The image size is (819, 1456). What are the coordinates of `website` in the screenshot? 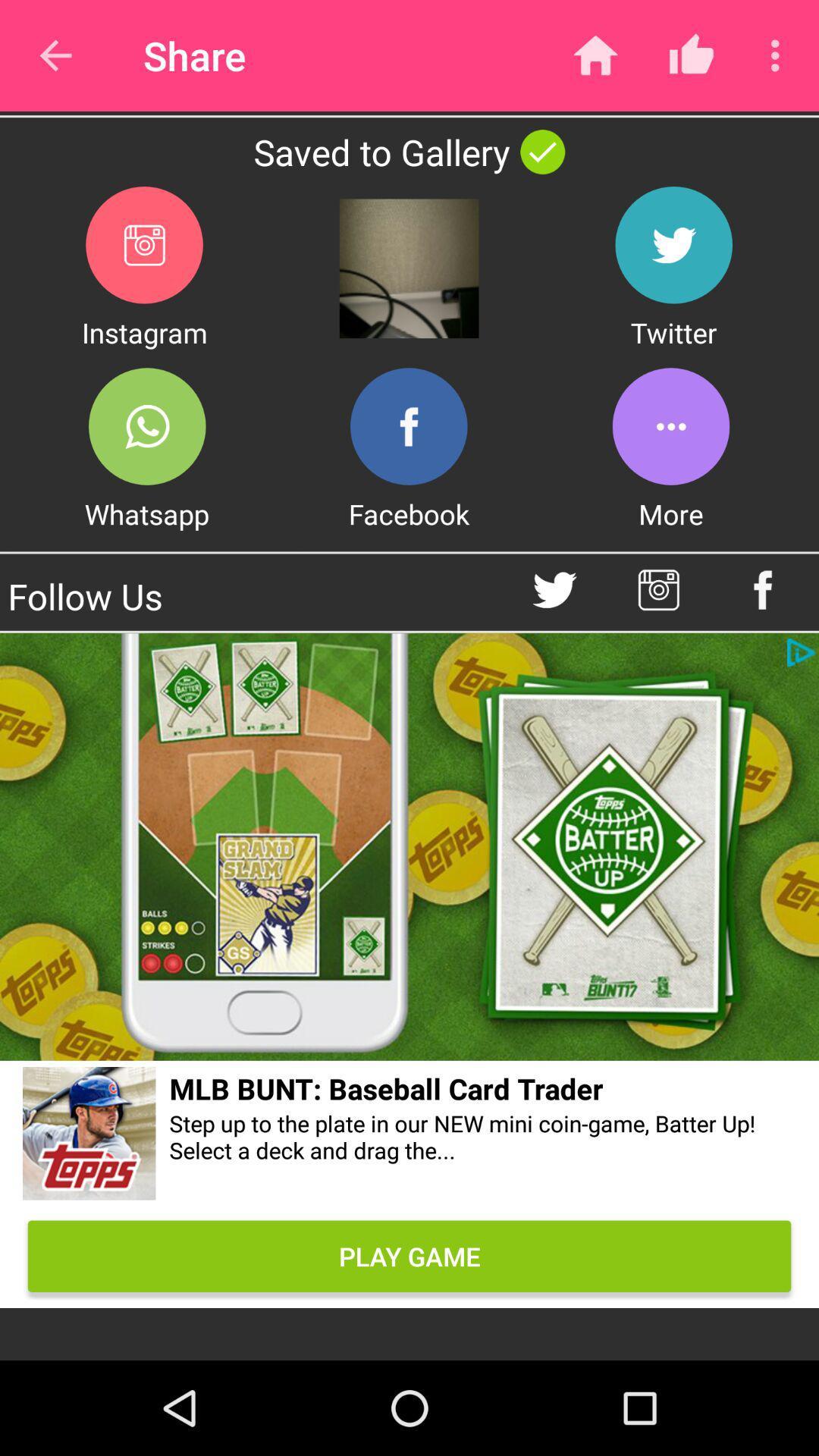 It's located at (89, 1136).